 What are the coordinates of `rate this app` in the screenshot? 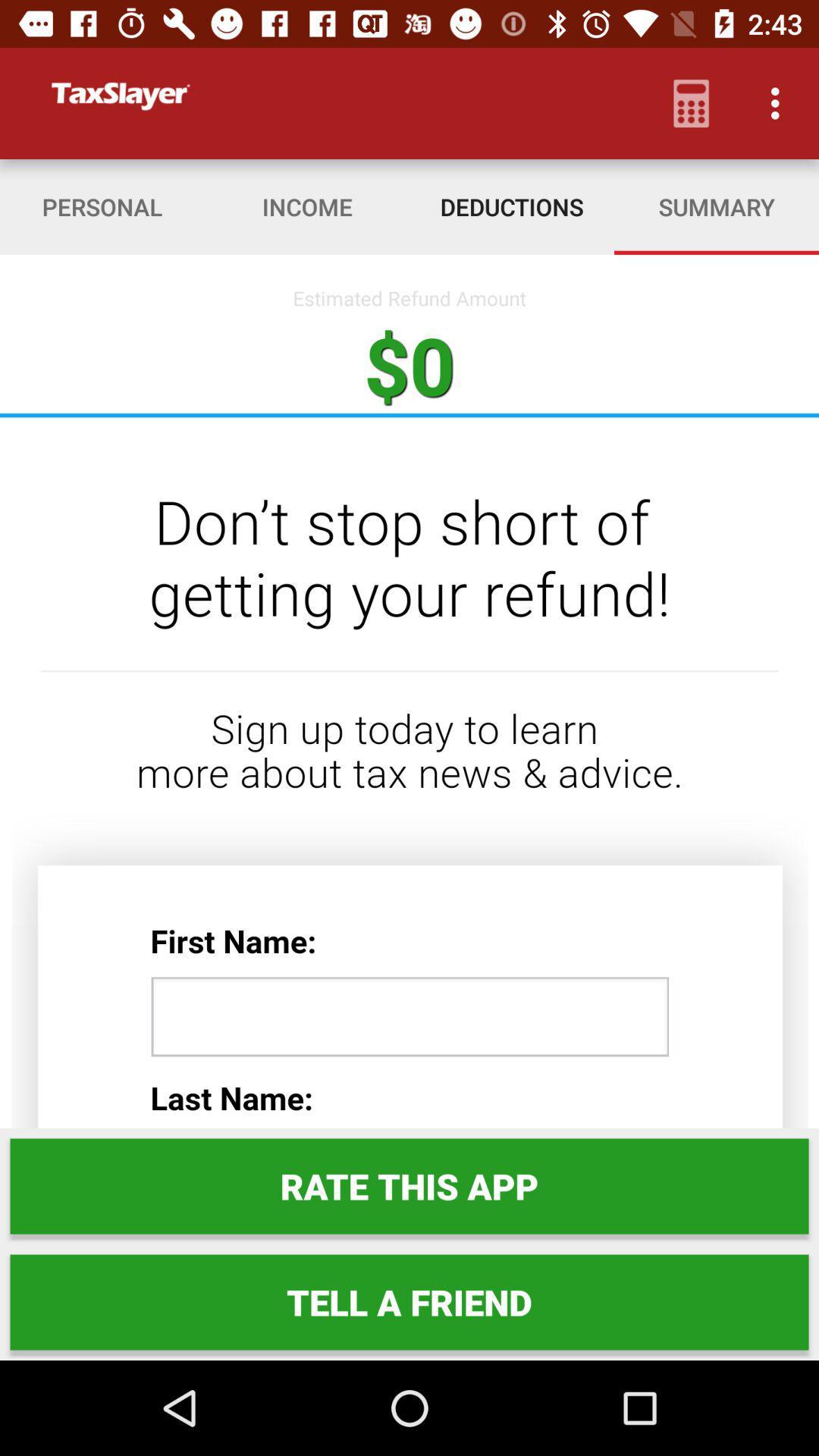 It's located at (409, 1185).